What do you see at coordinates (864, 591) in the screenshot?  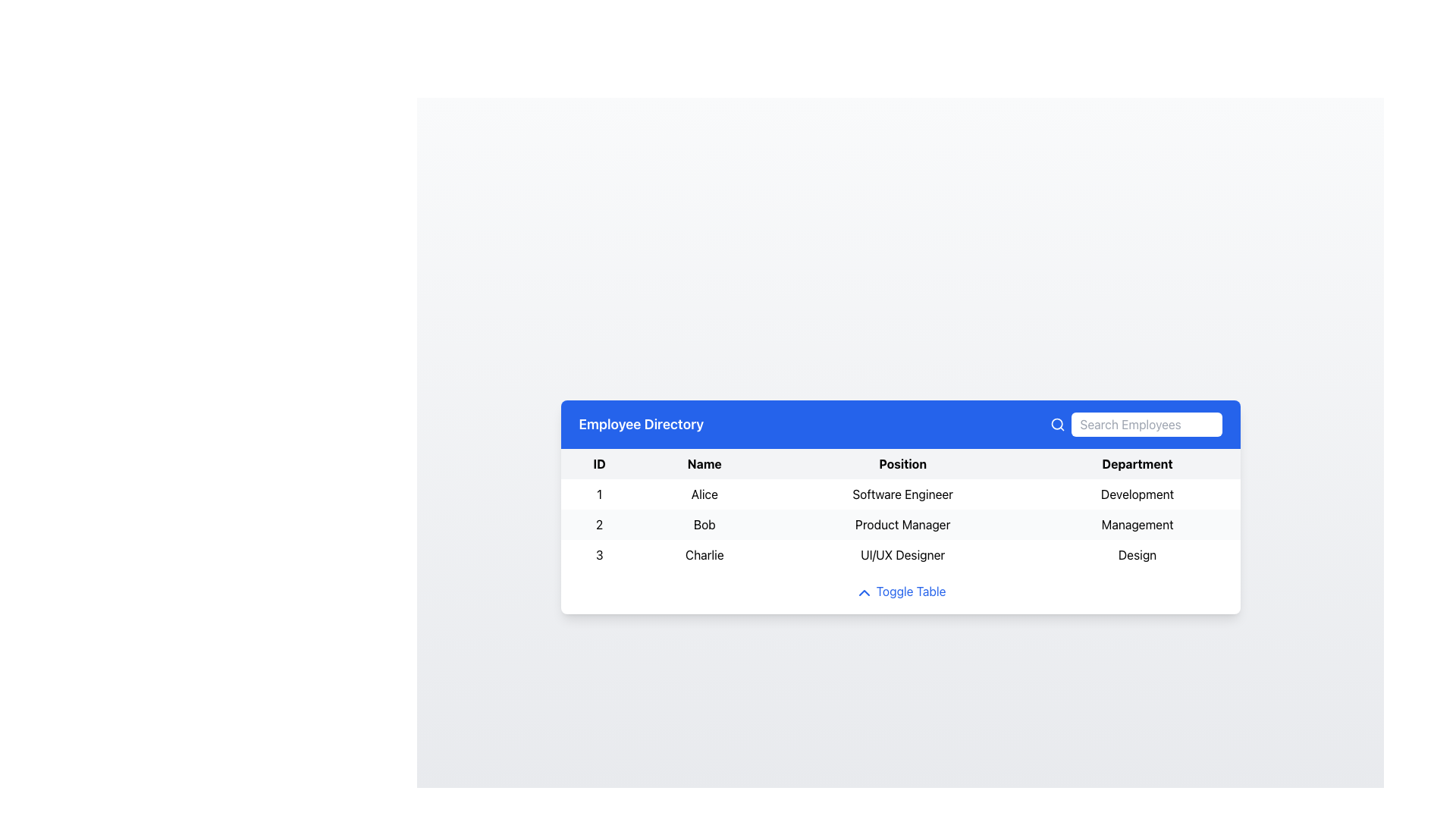 I see `the small upward-pointing chevron-style arrow icon with a blue stroke, located to the left of the 'Toggle Table' text in the bottom-right corner of the table layout` at bounding box center [864, 591].